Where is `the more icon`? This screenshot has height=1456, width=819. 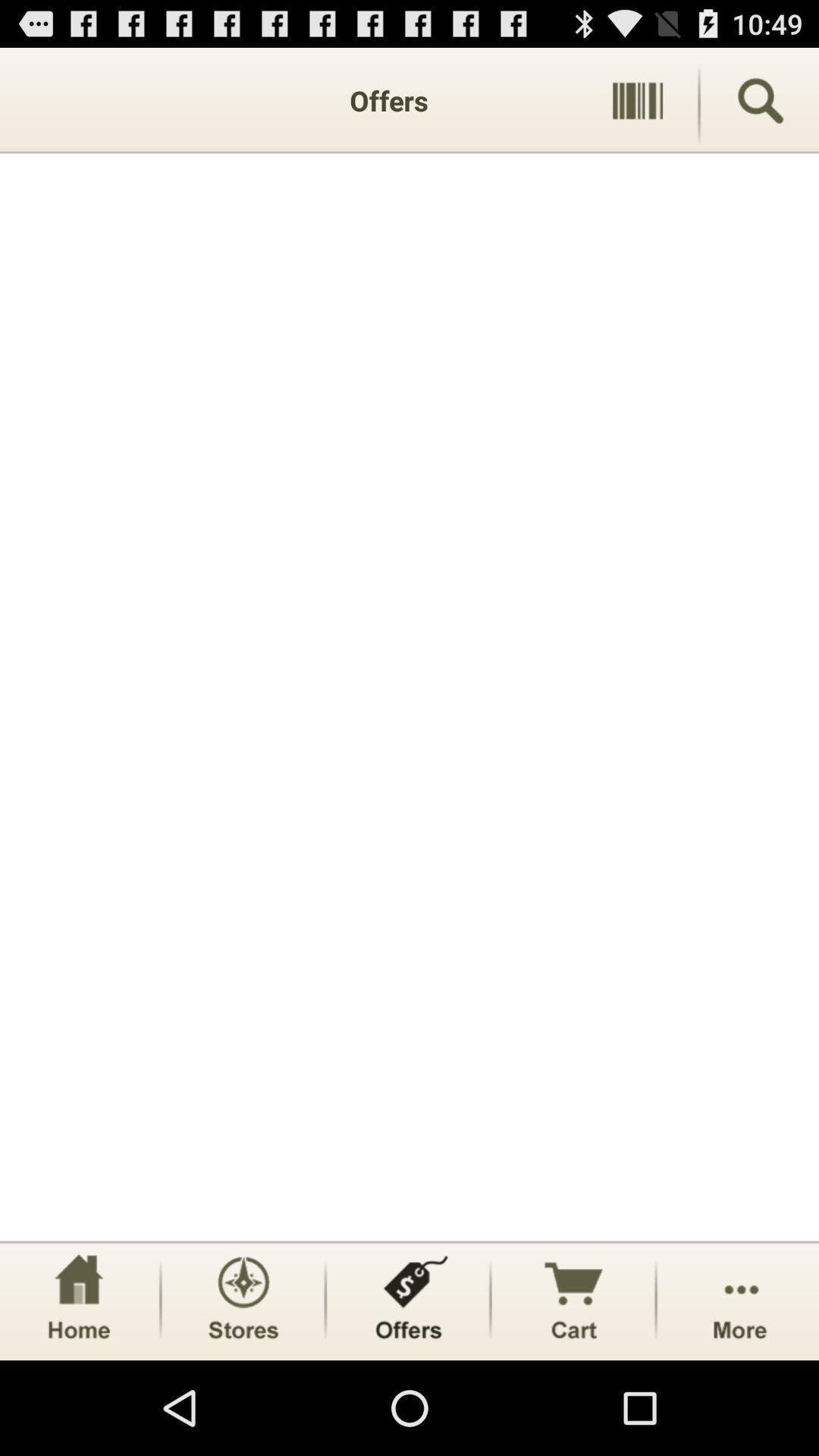
the more icon is located at coordinates (739, 1392).